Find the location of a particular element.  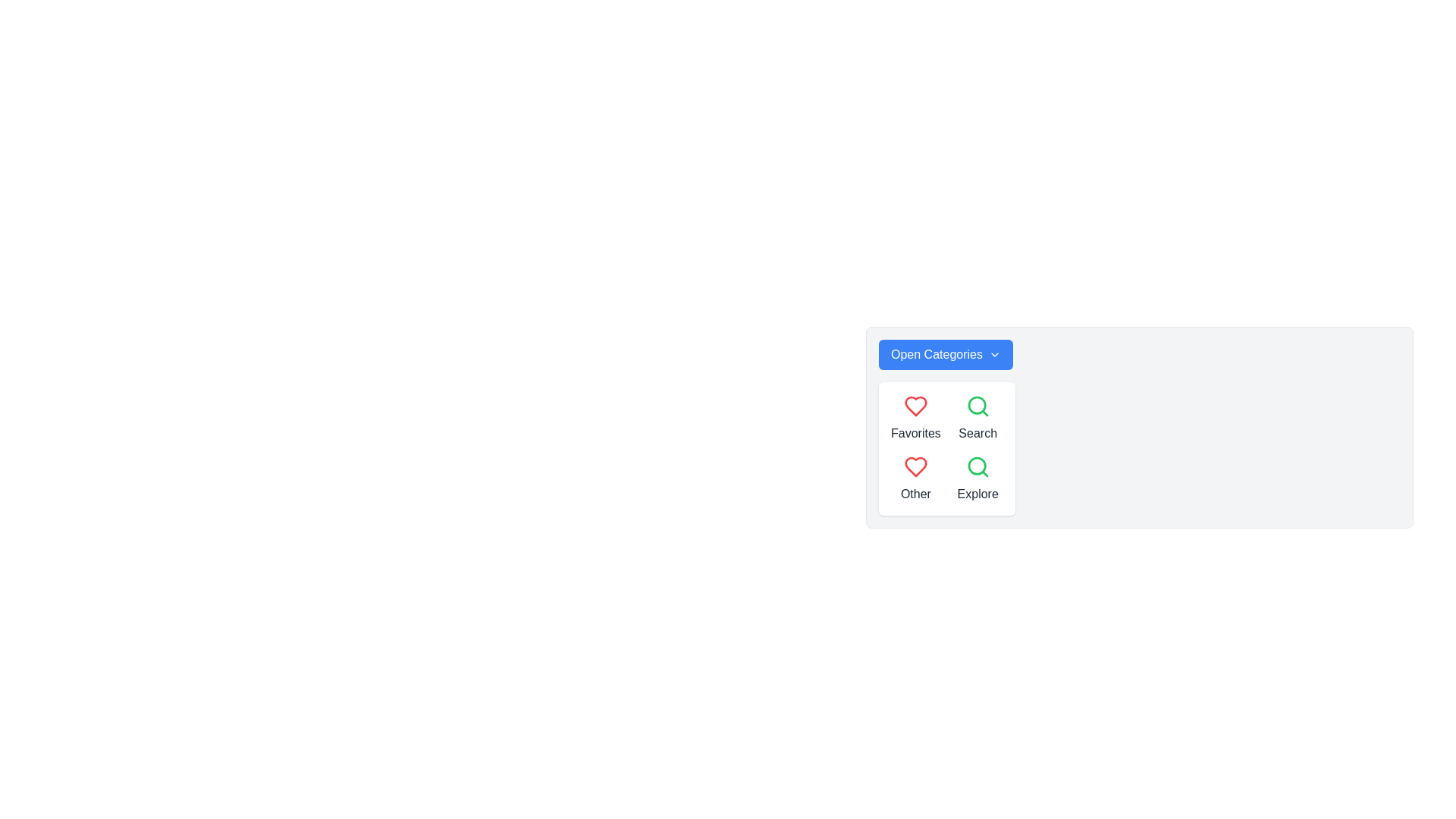

the 'Favorites' text label, which is styled in dark gray and positioned directly below a red heart icon in a menu layout is located at coordinates (915, 433).